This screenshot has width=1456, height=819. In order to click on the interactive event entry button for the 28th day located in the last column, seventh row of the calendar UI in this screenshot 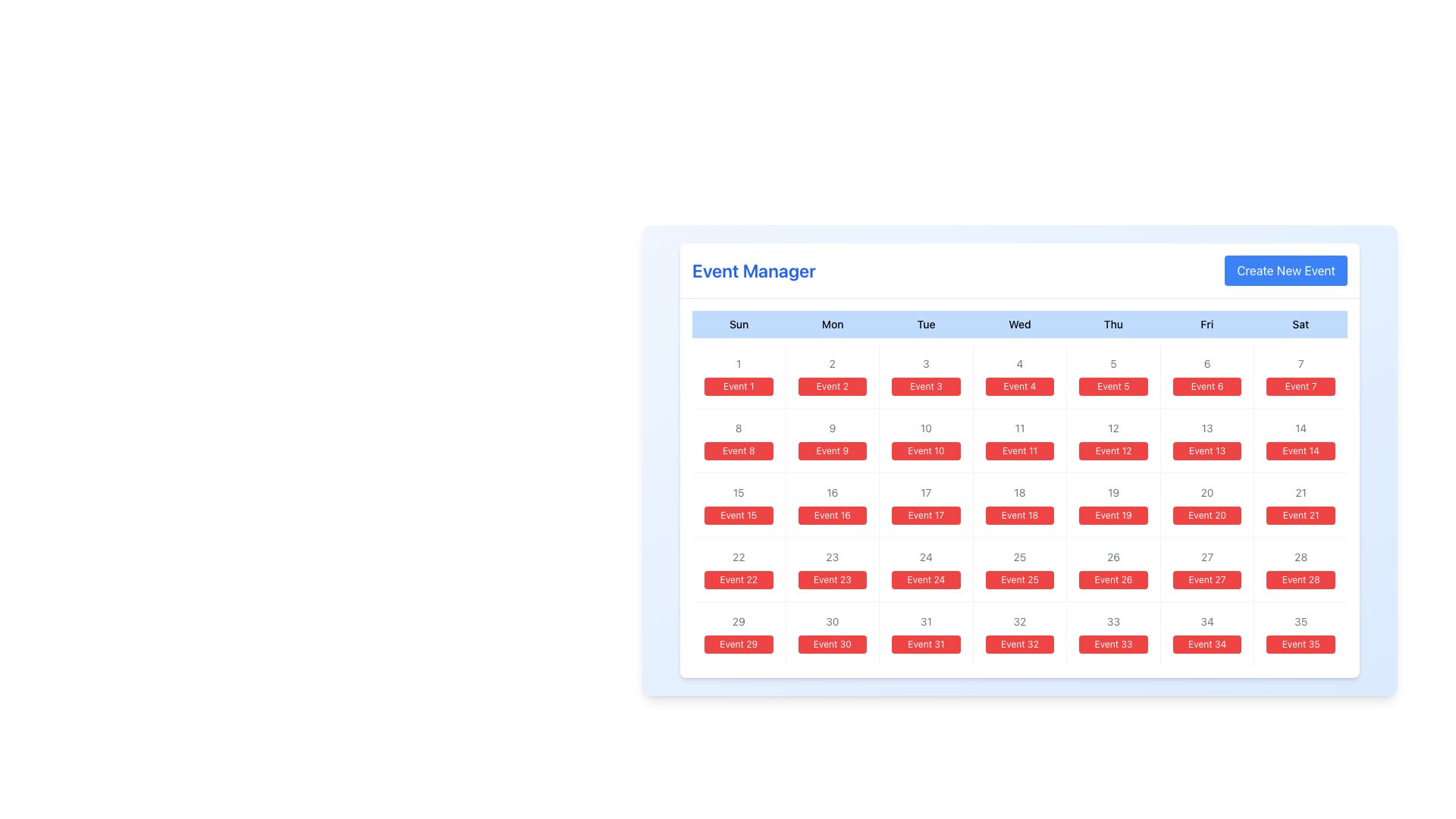, I will do `click(1300, 570)`.